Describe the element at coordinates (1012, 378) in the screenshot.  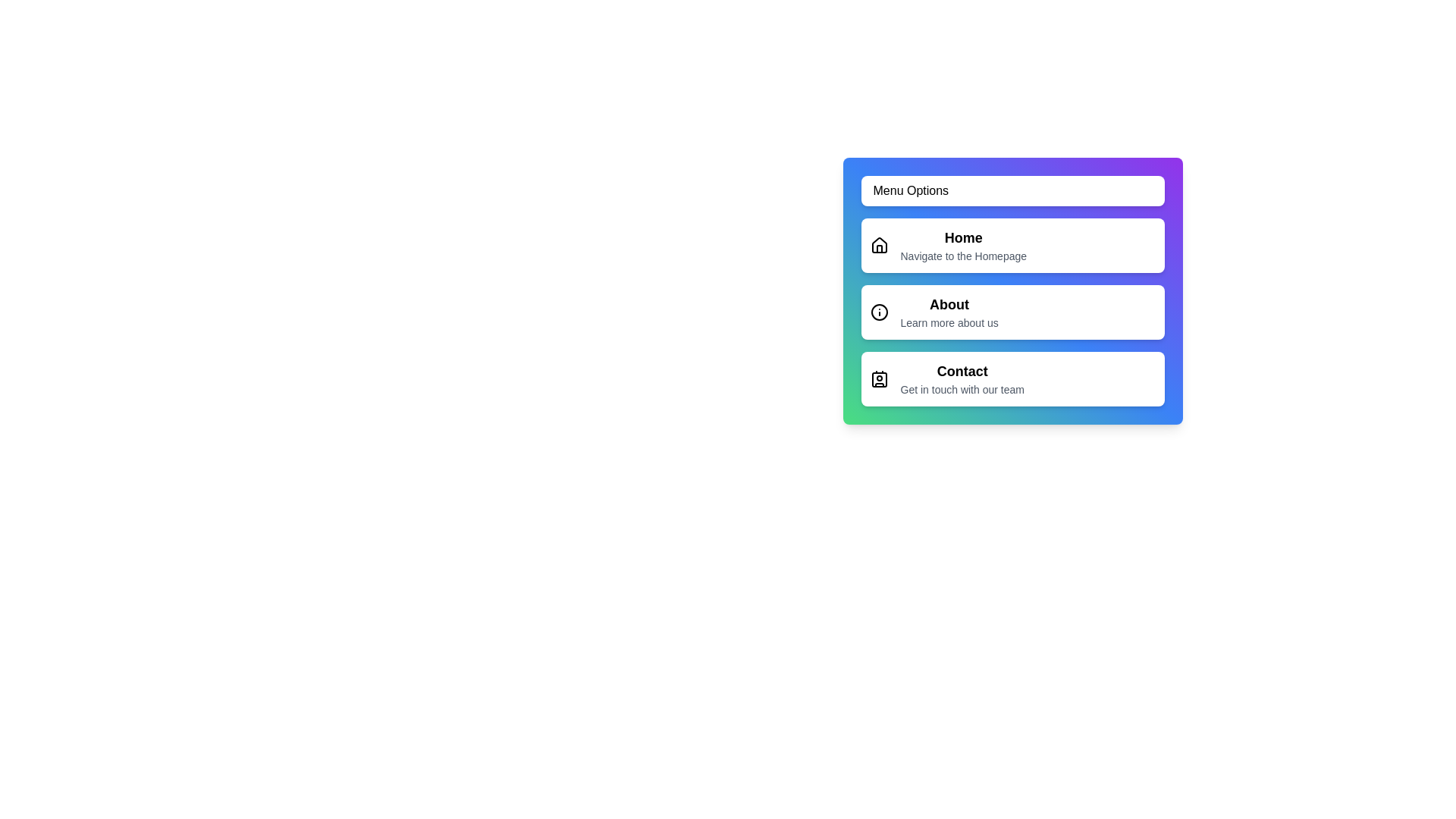
I see `the menu item Contact from the menu` at that location.